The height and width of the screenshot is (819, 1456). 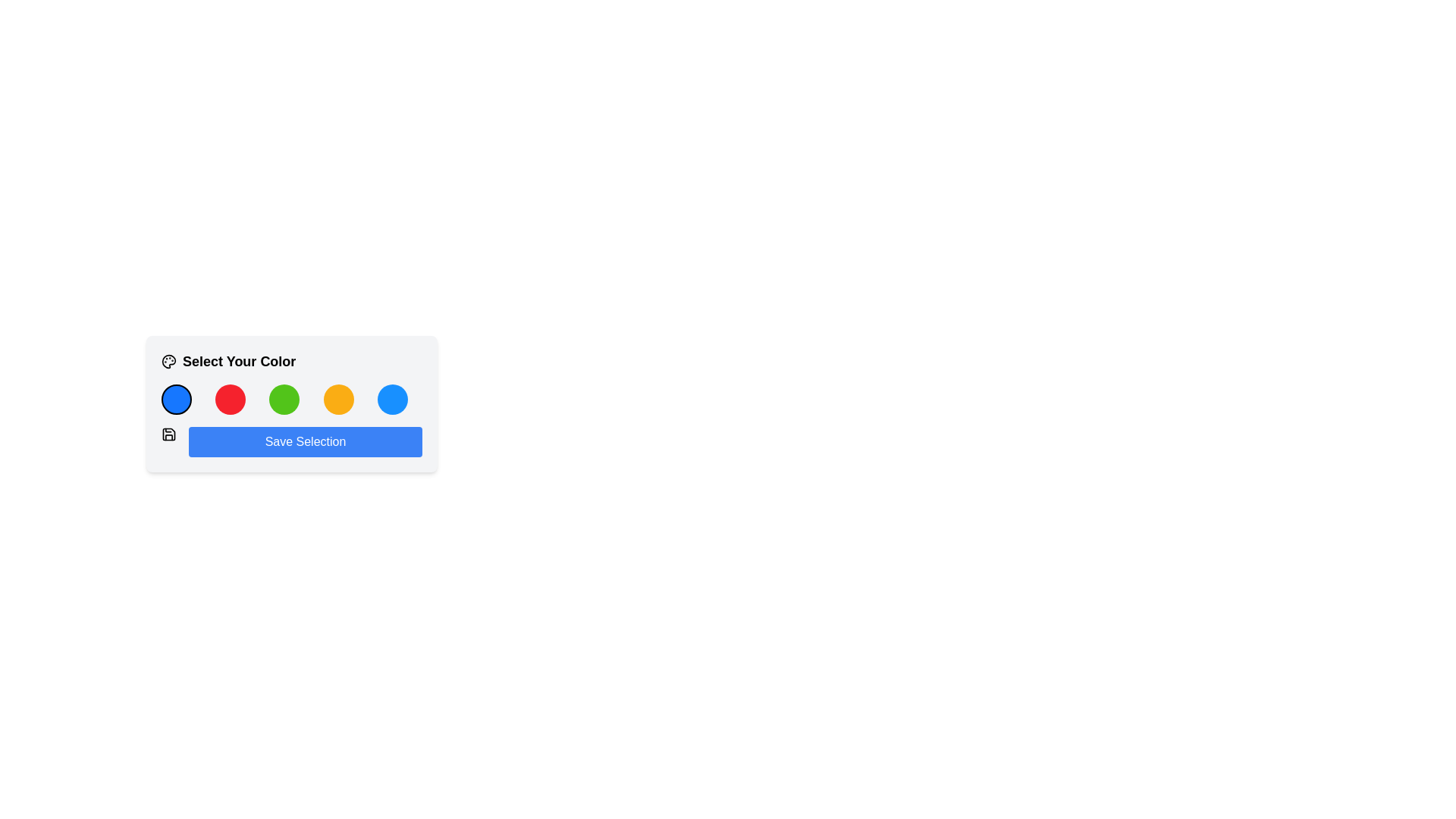 I want to click on the icon resembling a palette with four circular decorations, located next to the 'Select Your Color' label in the upper-left corner of the color selection panel, so click(x=168, y=362).